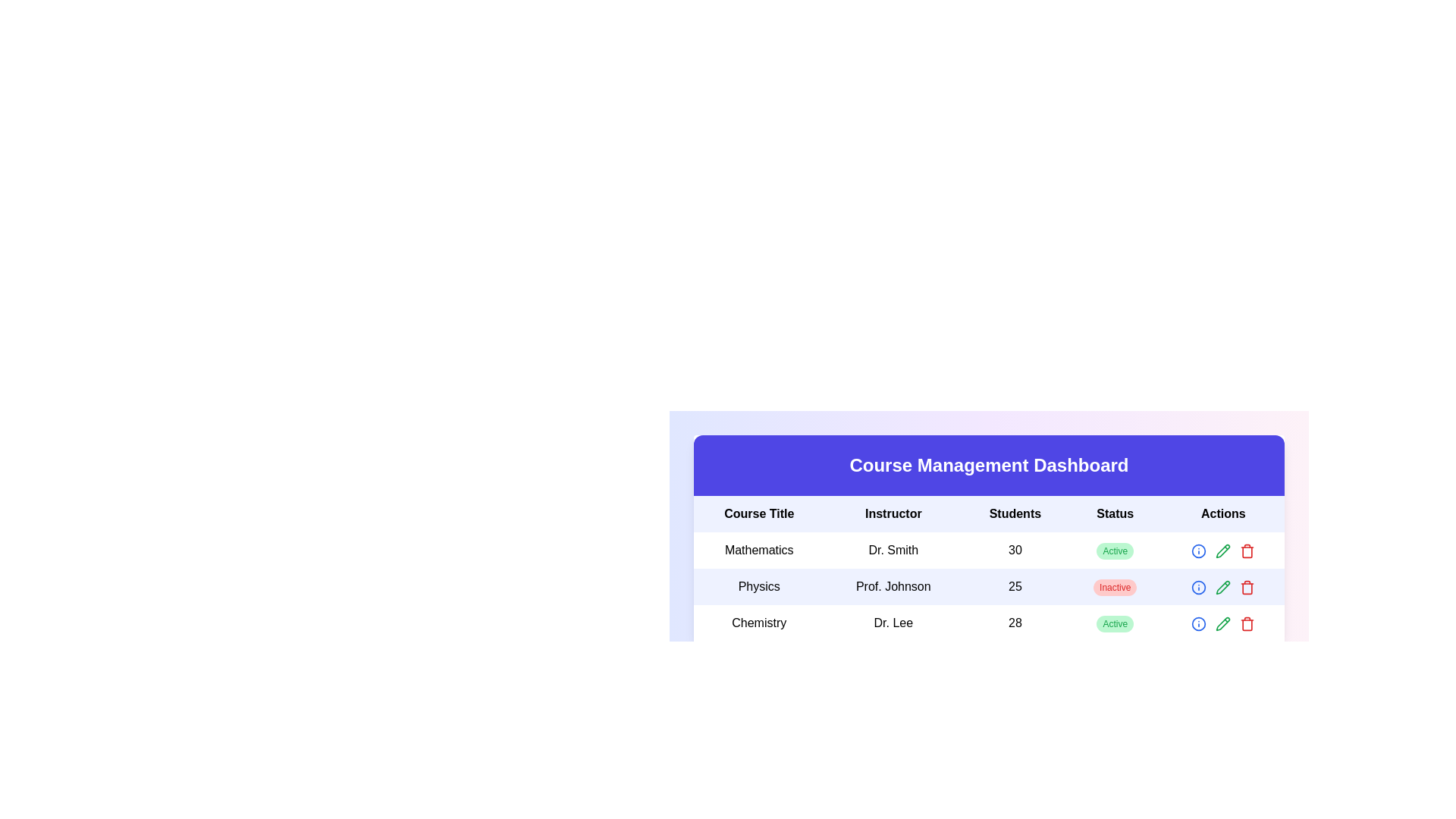  Describe the element at coordinates (893, 586) in the screenshot. I see `the text label displaying 'Prof. Johnson' which is styled with class attribute 'py-3 px-4' and is located under the 'Instructor' column in the second row of the table` at that location.